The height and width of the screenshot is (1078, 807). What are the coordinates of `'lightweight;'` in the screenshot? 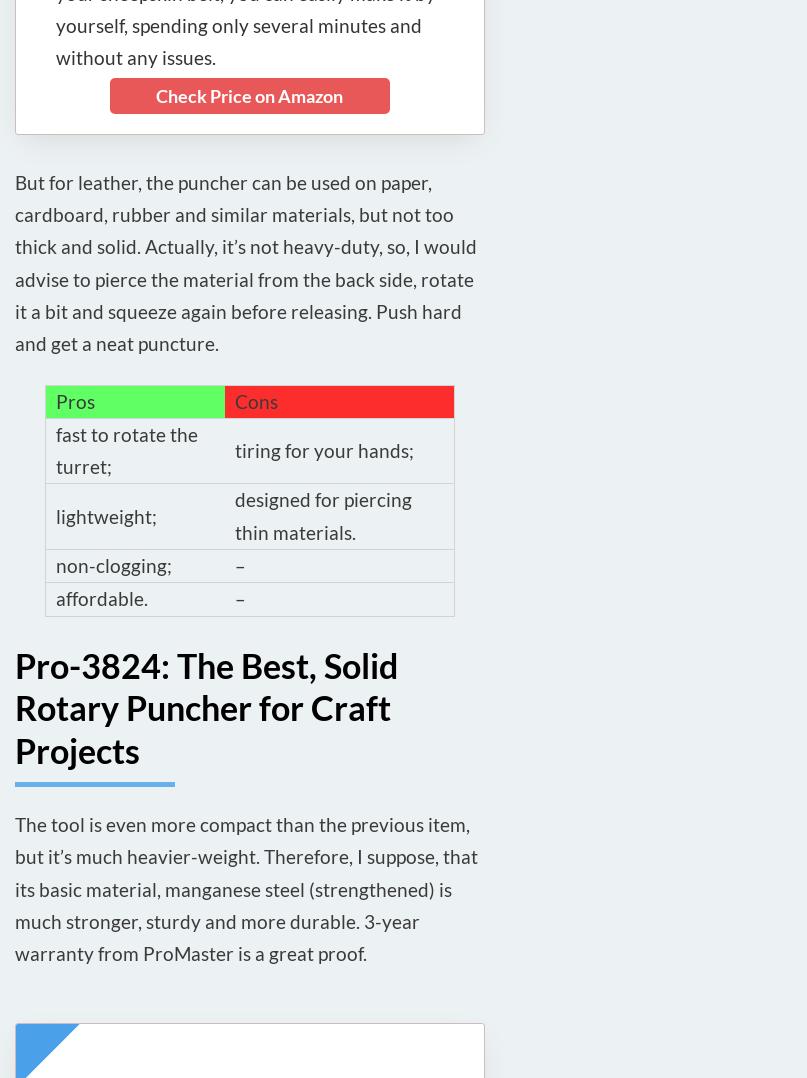 It's located at (105, 515).